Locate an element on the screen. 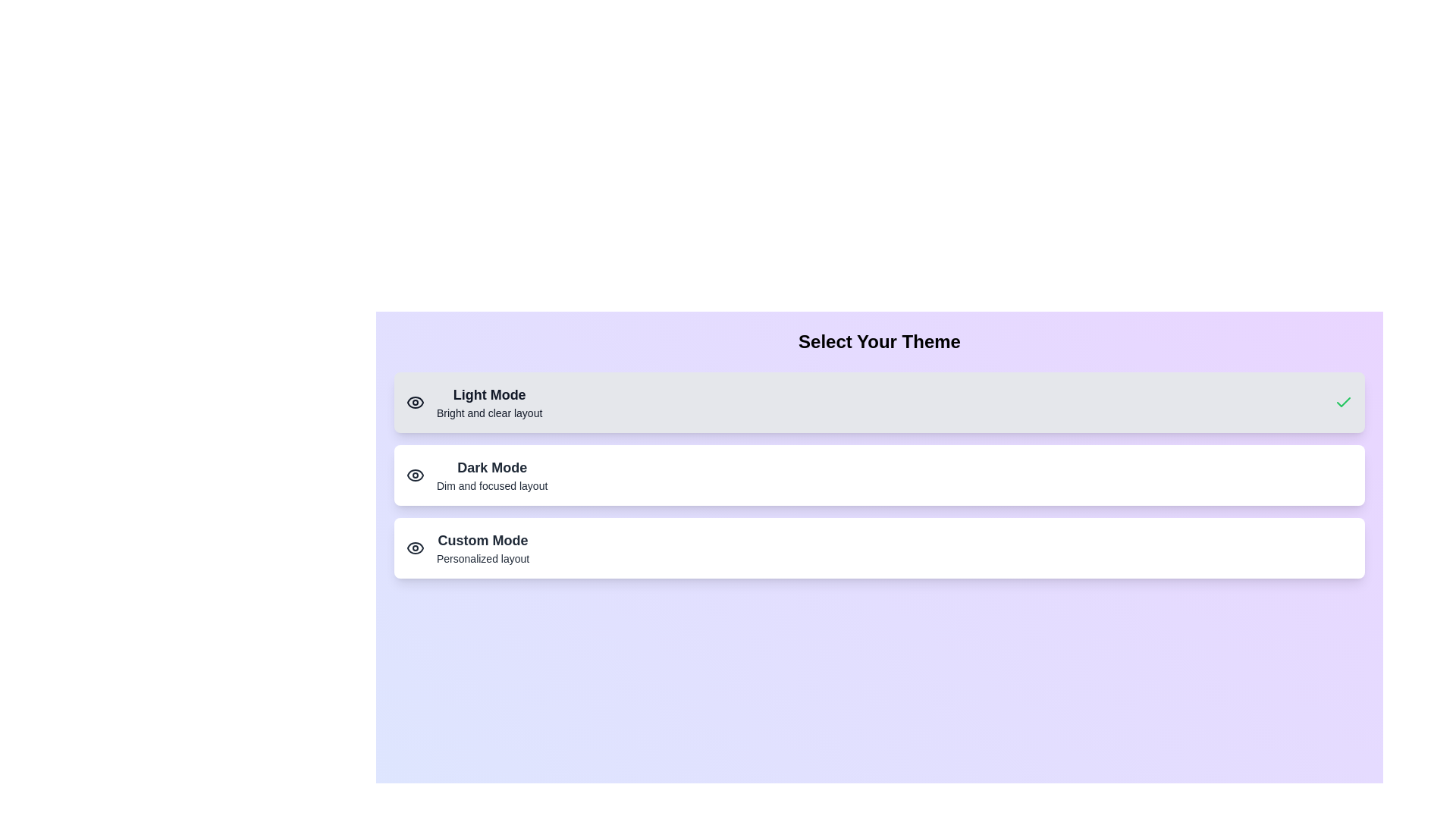 Image resolution: width=1456 pixels, height=819 pixels. the theme button corresponding to Dark Mode is located at coordinates (880, 475).